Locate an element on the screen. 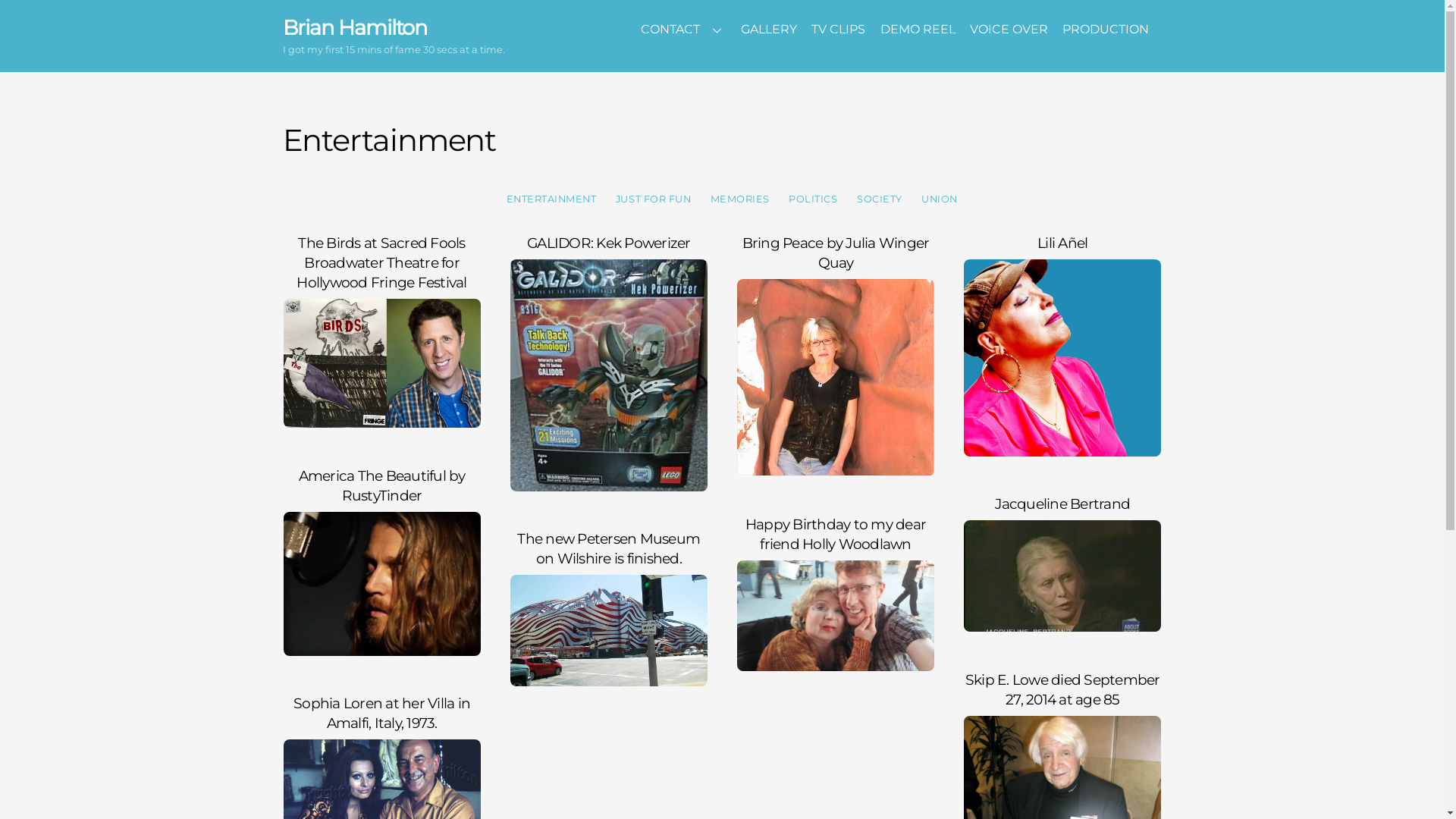 The height and width of the screenshot is (819, 1456). 'CONTACT' is located at coordinates (682, 29).